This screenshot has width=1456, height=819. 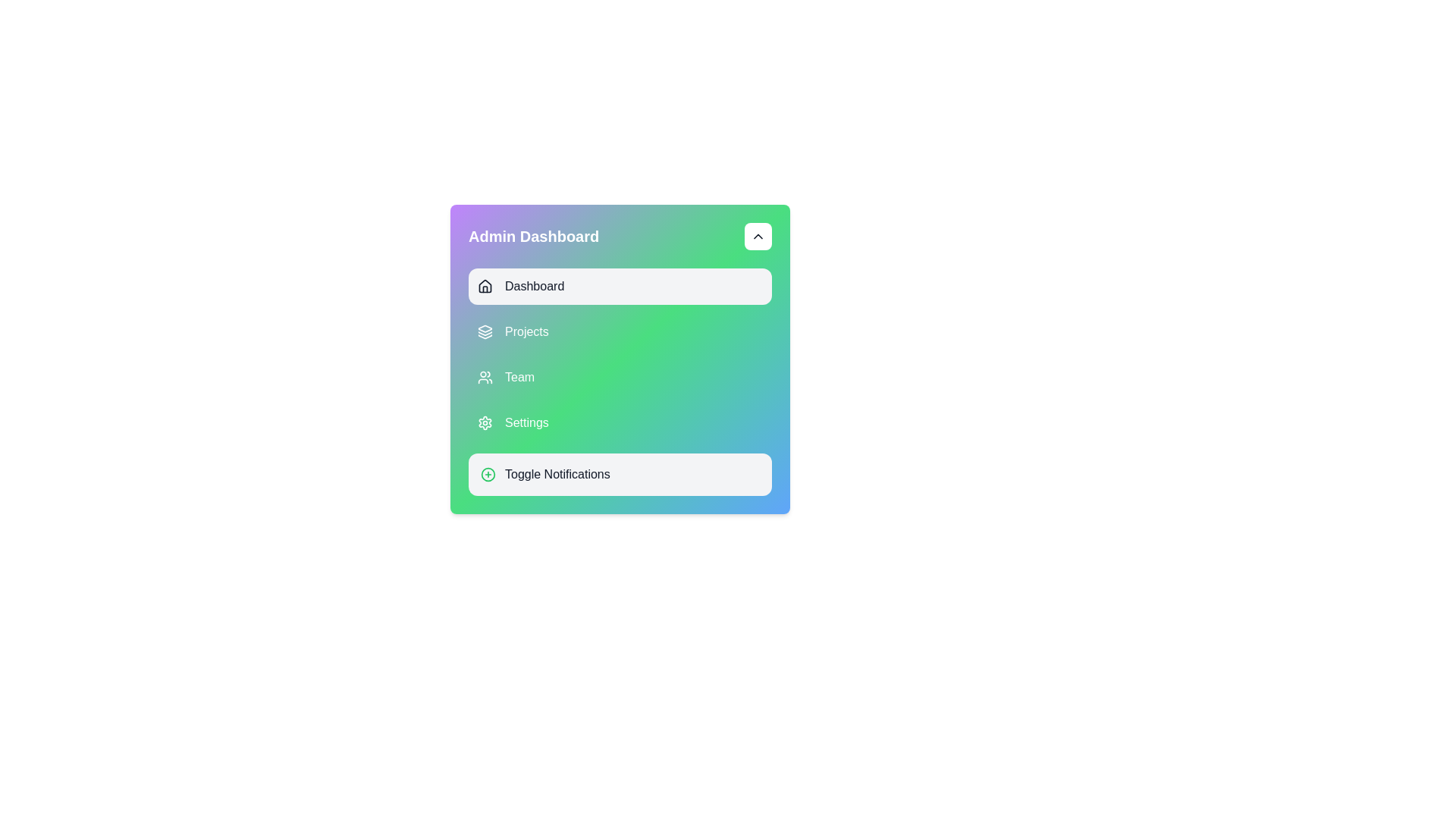 I want to click on the triangular icon located at the topmost position of three layered objects in the top-right corner of the card-like layout, so click(x=484, y=328).